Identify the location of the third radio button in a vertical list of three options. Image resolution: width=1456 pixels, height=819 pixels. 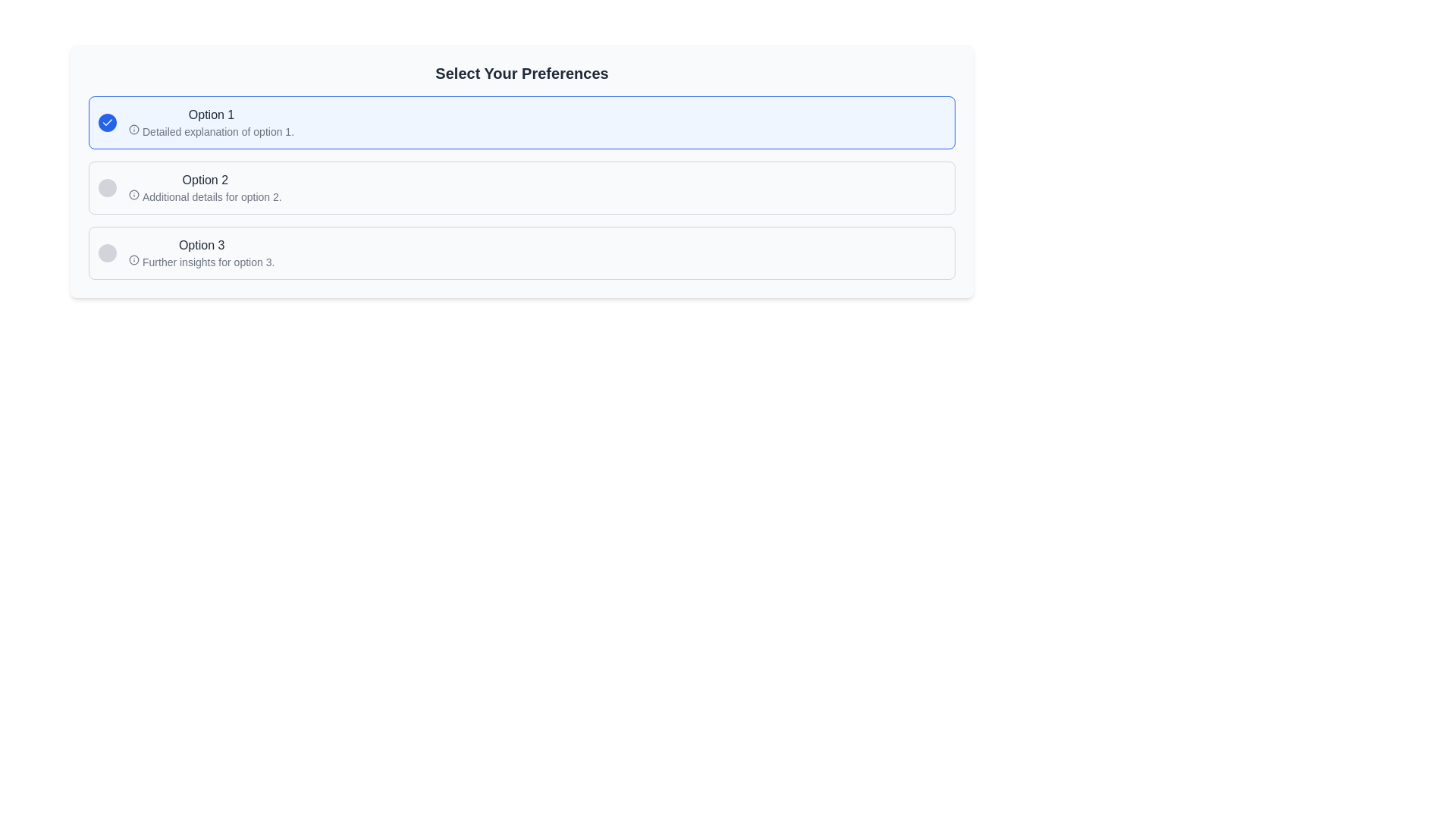
(522, 253).